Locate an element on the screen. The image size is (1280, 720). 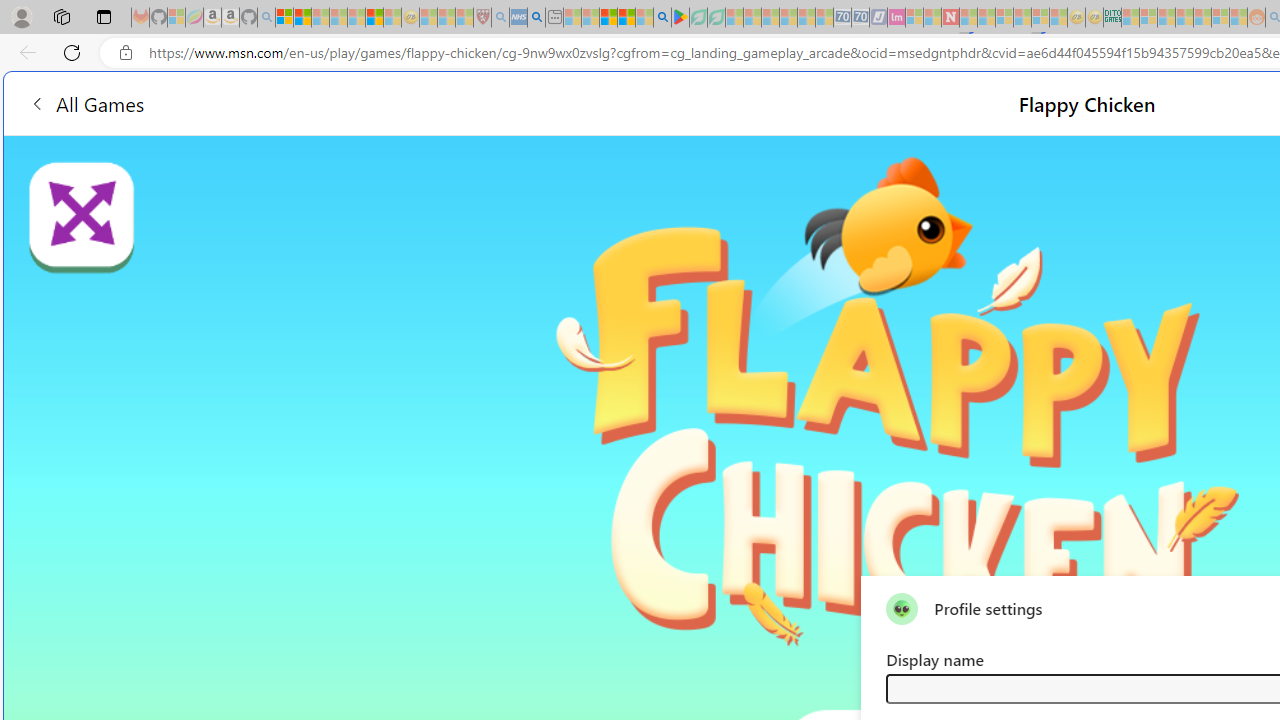
'Bluey: Let' is located at coordinates (680, 17).